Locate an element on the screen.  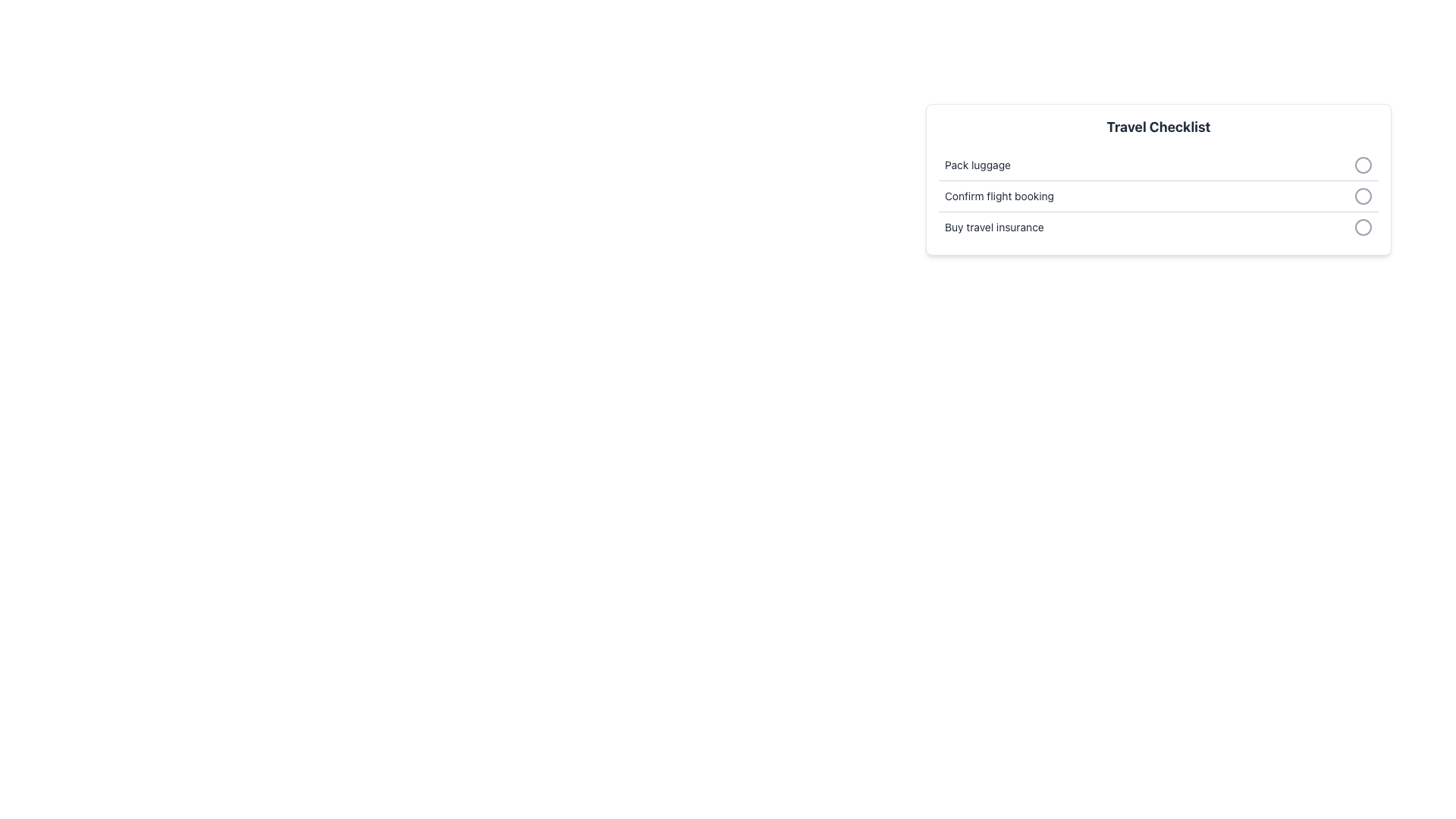
the toggle associated with the 'Confirm flight booking' checklist item in the 'Travel Checklist' is located at coordinates (1157, 196).